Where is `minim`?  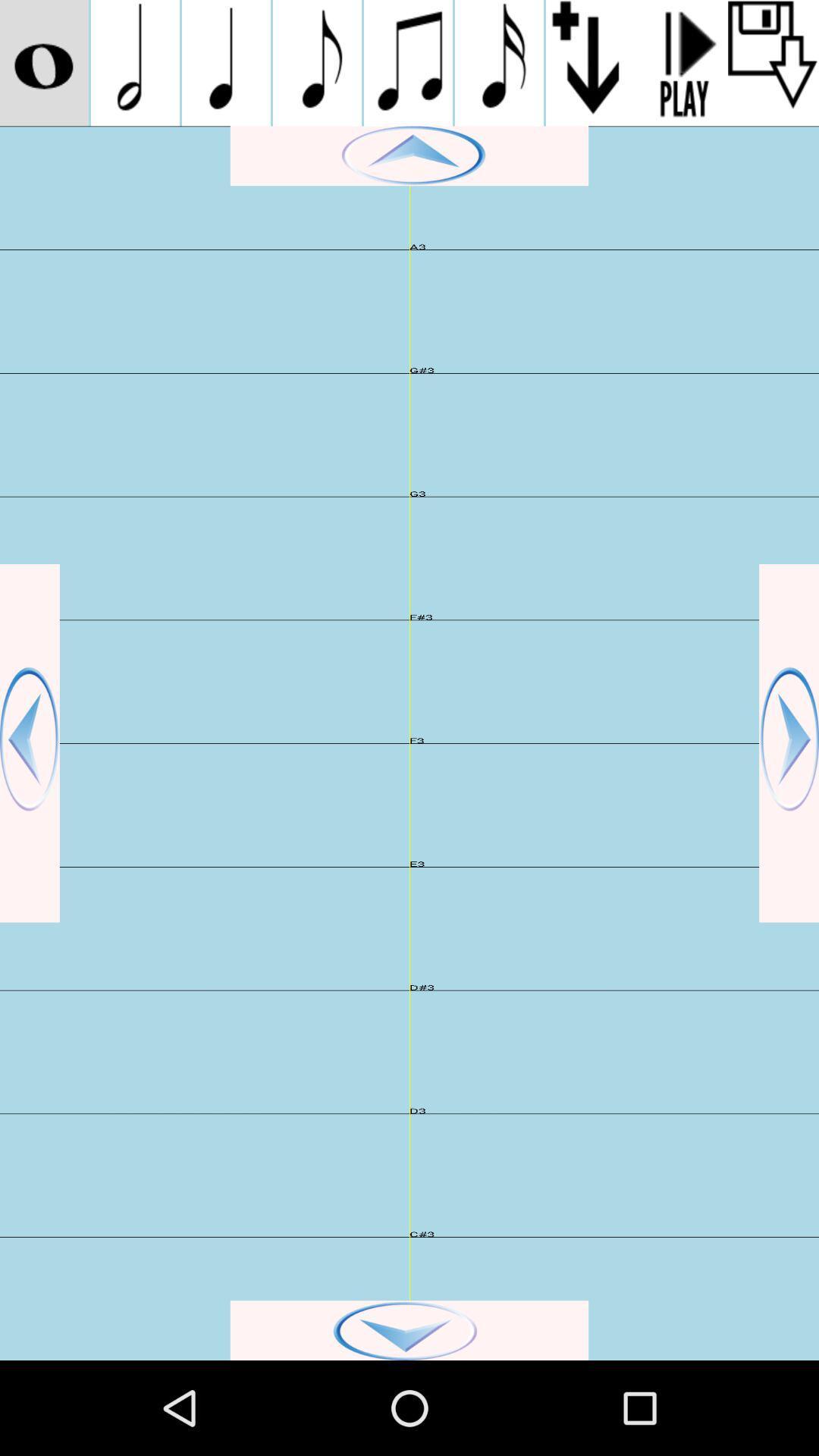
minim is located at coordinates (134, 62).